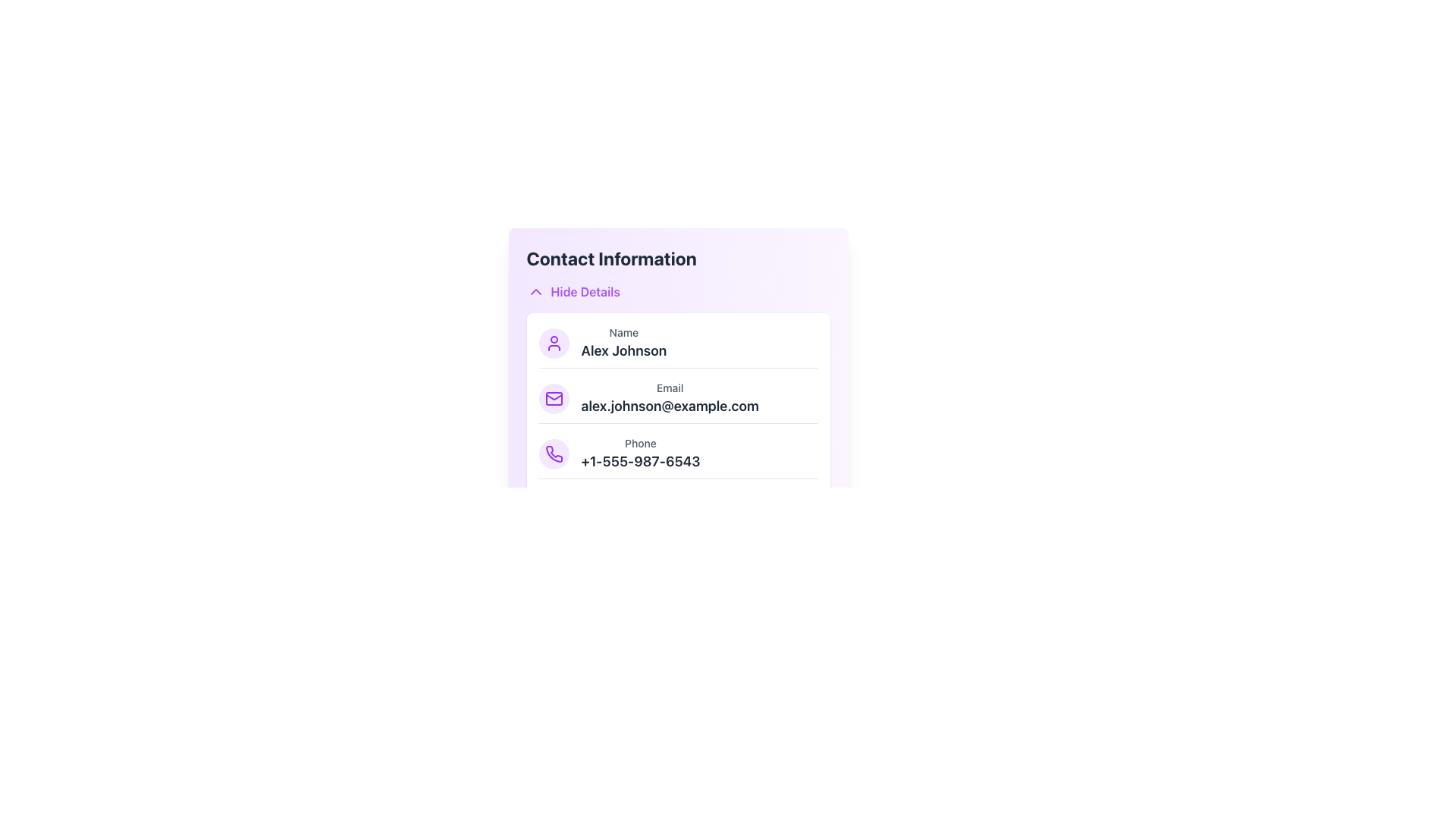 The width and height of the screenshot is (1456, 819). Describe the element at coordinates (623, 350) in the screenshot. I see `the text label displaying 'Alex Johnson', which is positioned beneath the label 'Name' in the 'Contact Information' section` at that location.